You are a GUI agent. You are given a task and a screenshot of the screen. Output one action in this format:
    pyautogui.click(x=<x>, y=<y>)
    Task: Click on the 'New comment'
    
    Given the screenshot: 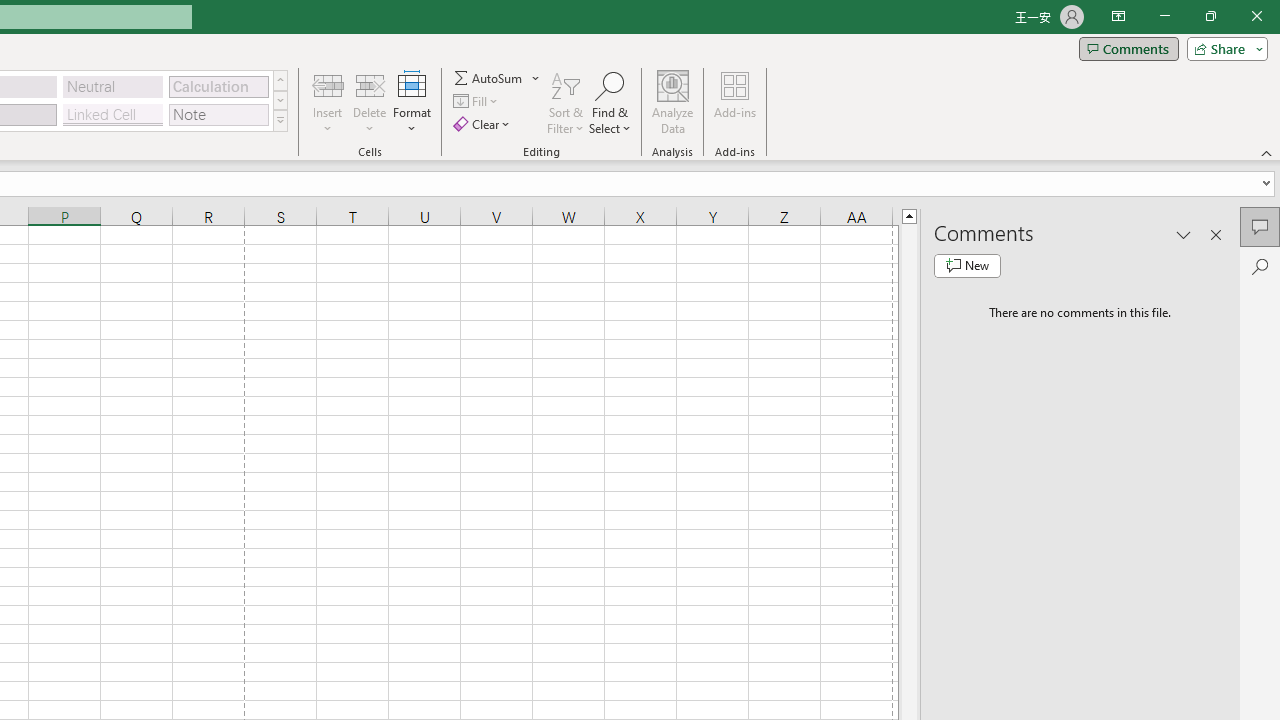 What is the action you would take?
    pyautogui.click(x=967, y=265)
    